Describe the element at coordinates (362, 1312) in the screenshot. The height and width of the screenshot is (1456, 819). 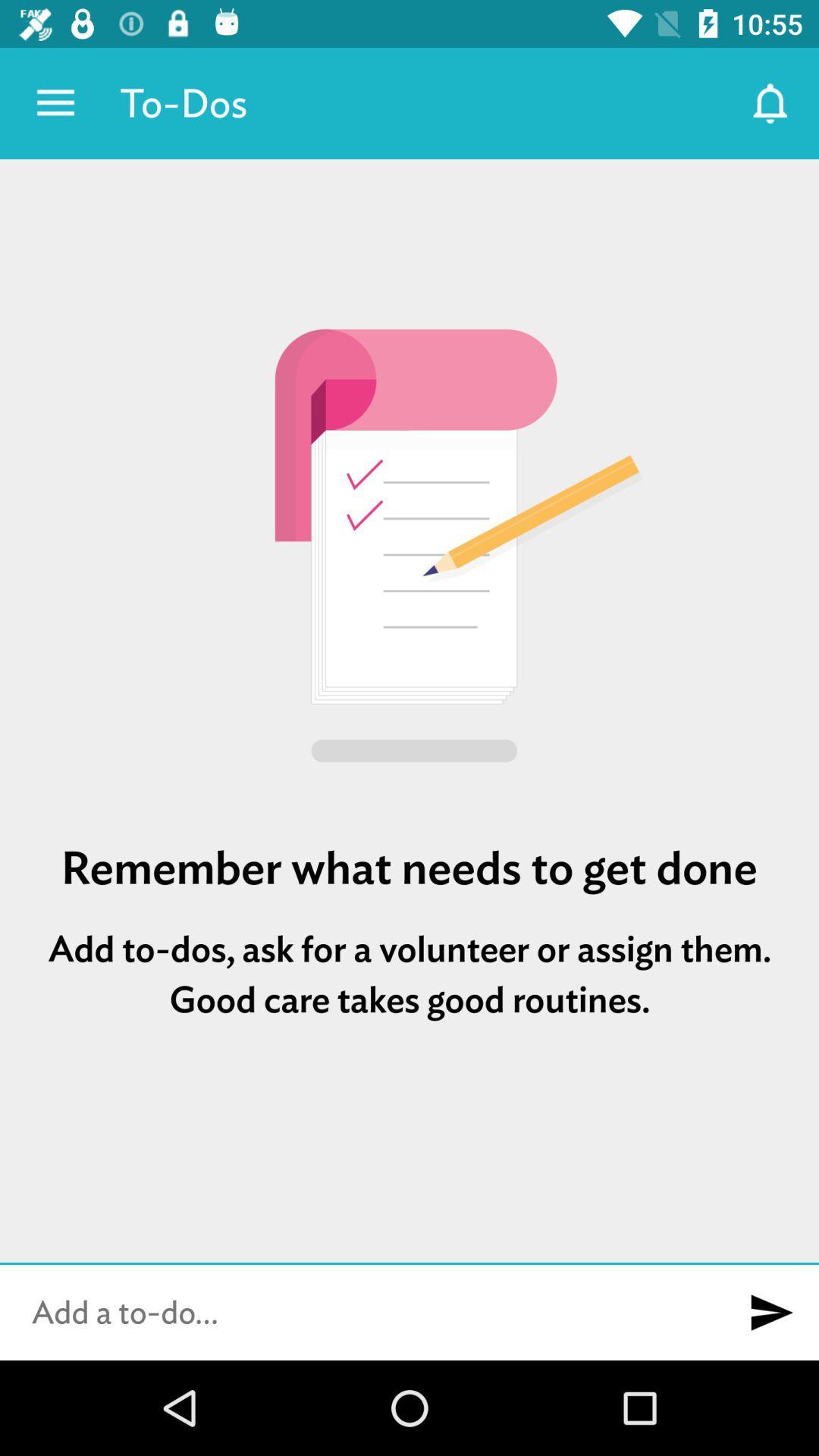
I see `do do list text box` at that location.